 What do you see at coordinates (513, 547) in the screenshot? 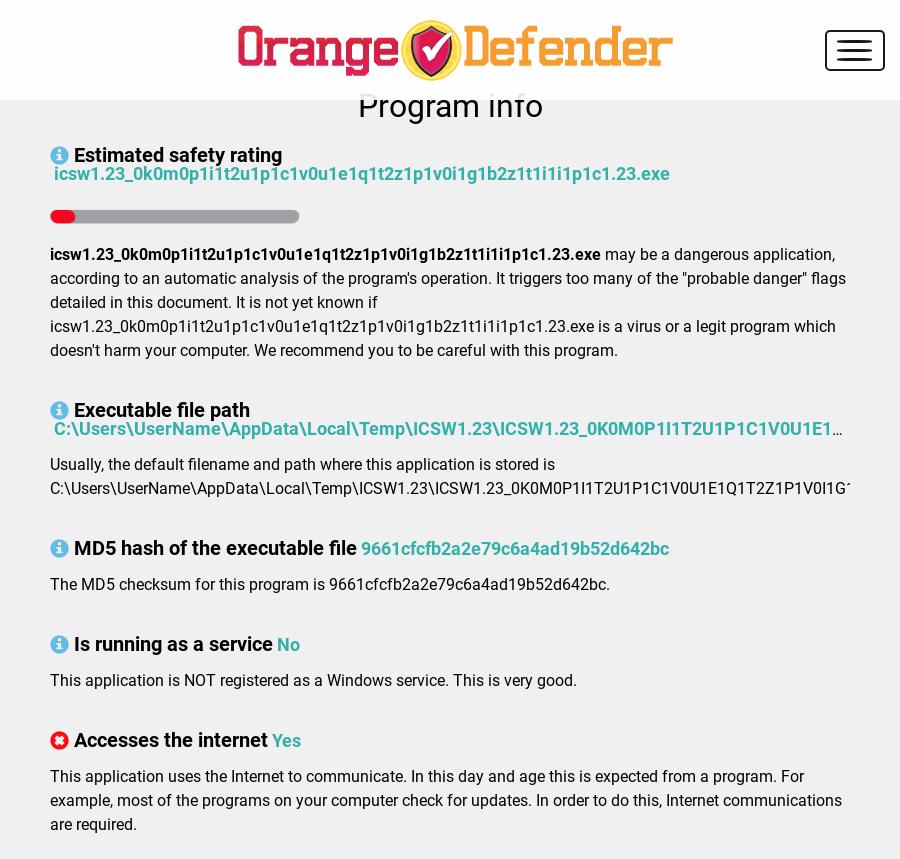
I see `'9661cfcfb2a2e79c6a4ad19b52d642bc'` at bounding box center [513, 547].